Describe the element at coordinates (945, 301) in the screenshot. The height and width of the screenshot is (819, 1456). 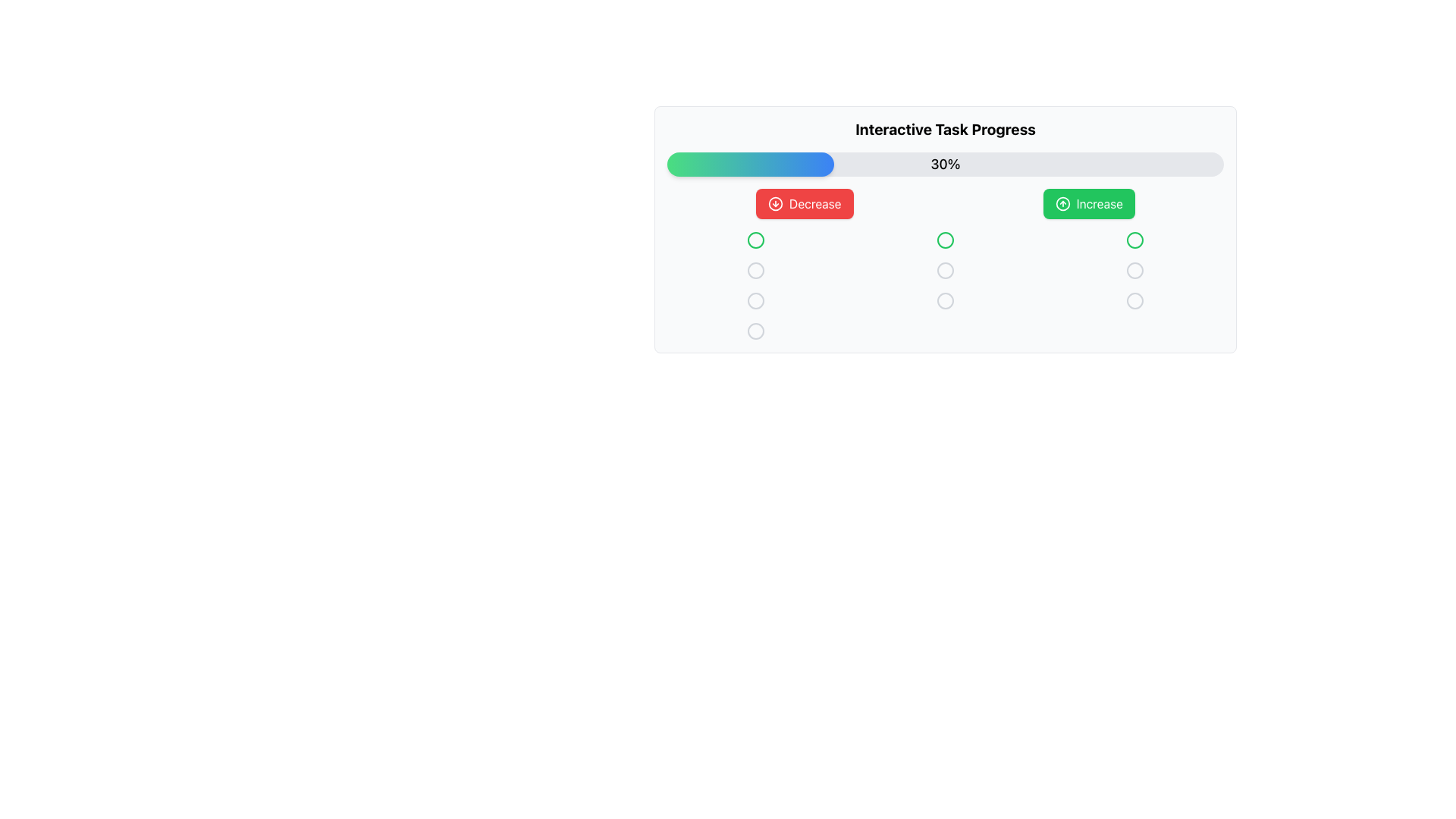
I see `the third circle in the middle column of the interface, positioned under the progress bar and between the 'Decrease' and 'Increase' buttons` at that location.